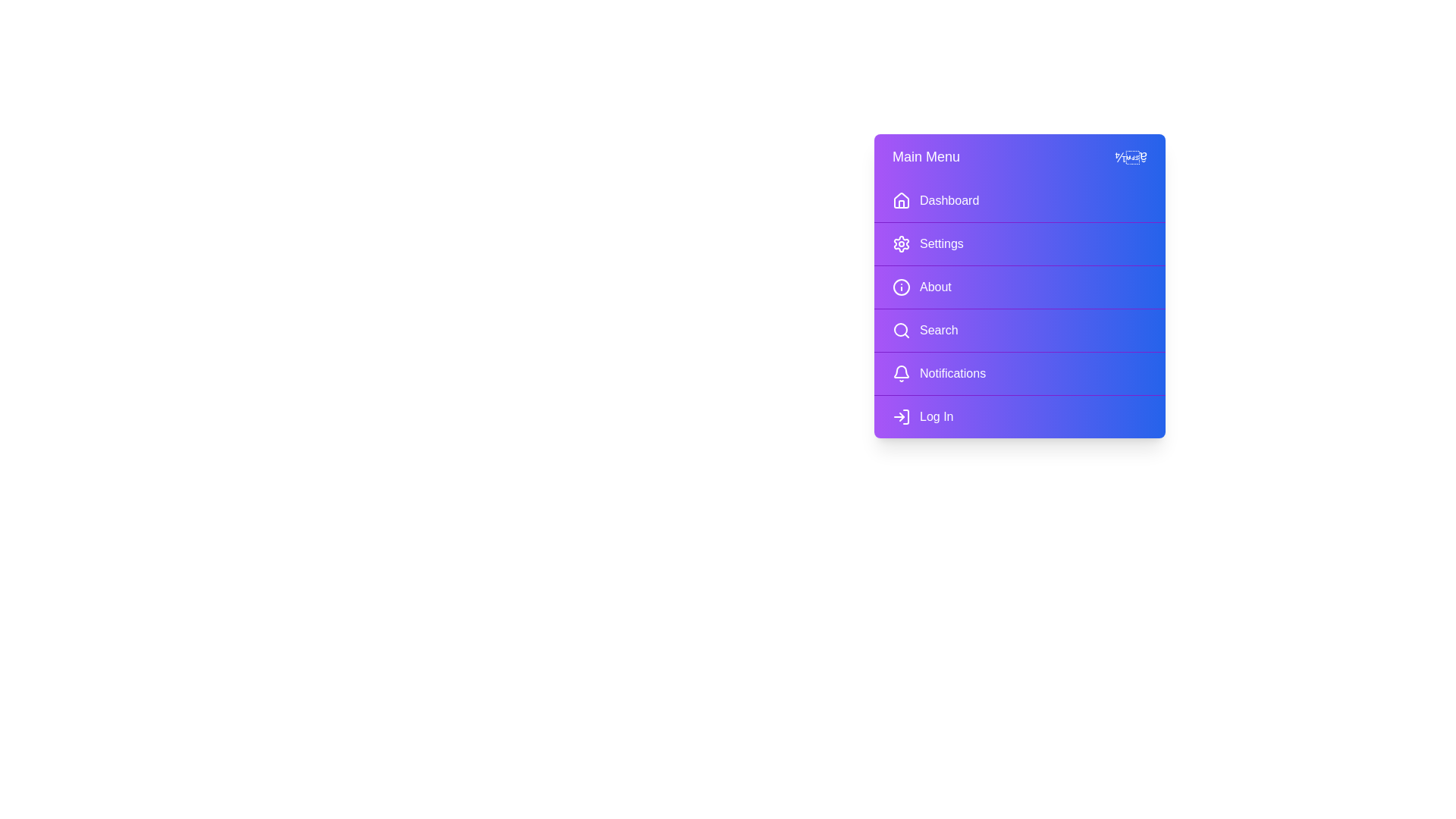 Image resolution: width=1456 pixels, height=819 pixels. I want to click on the menu toggle button to toggle the menu open or closed, so click(1019, 157).